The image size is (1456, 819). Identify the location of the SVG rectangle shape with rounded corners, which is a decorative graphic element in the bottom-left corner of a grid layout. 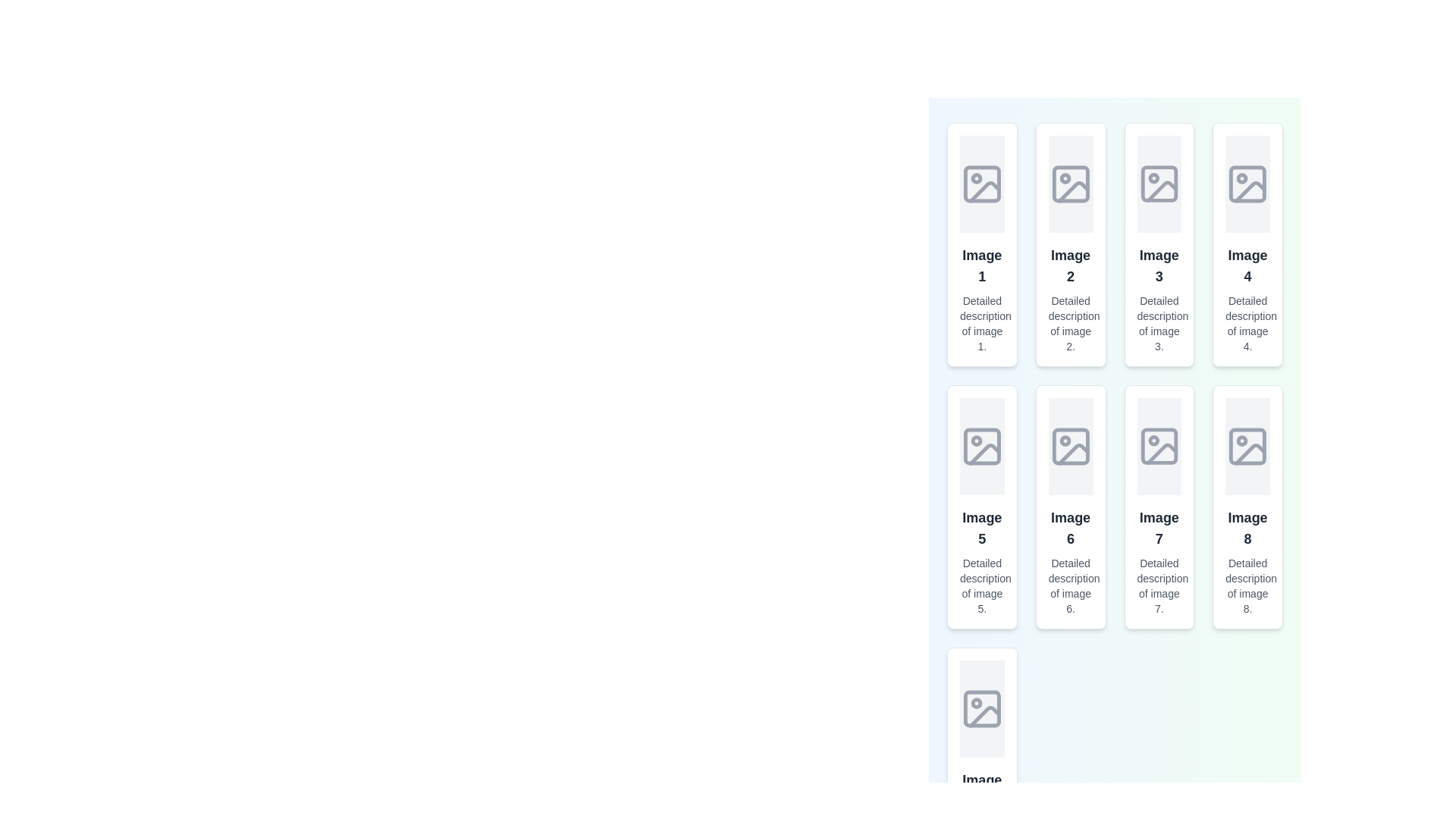
(982, 708).